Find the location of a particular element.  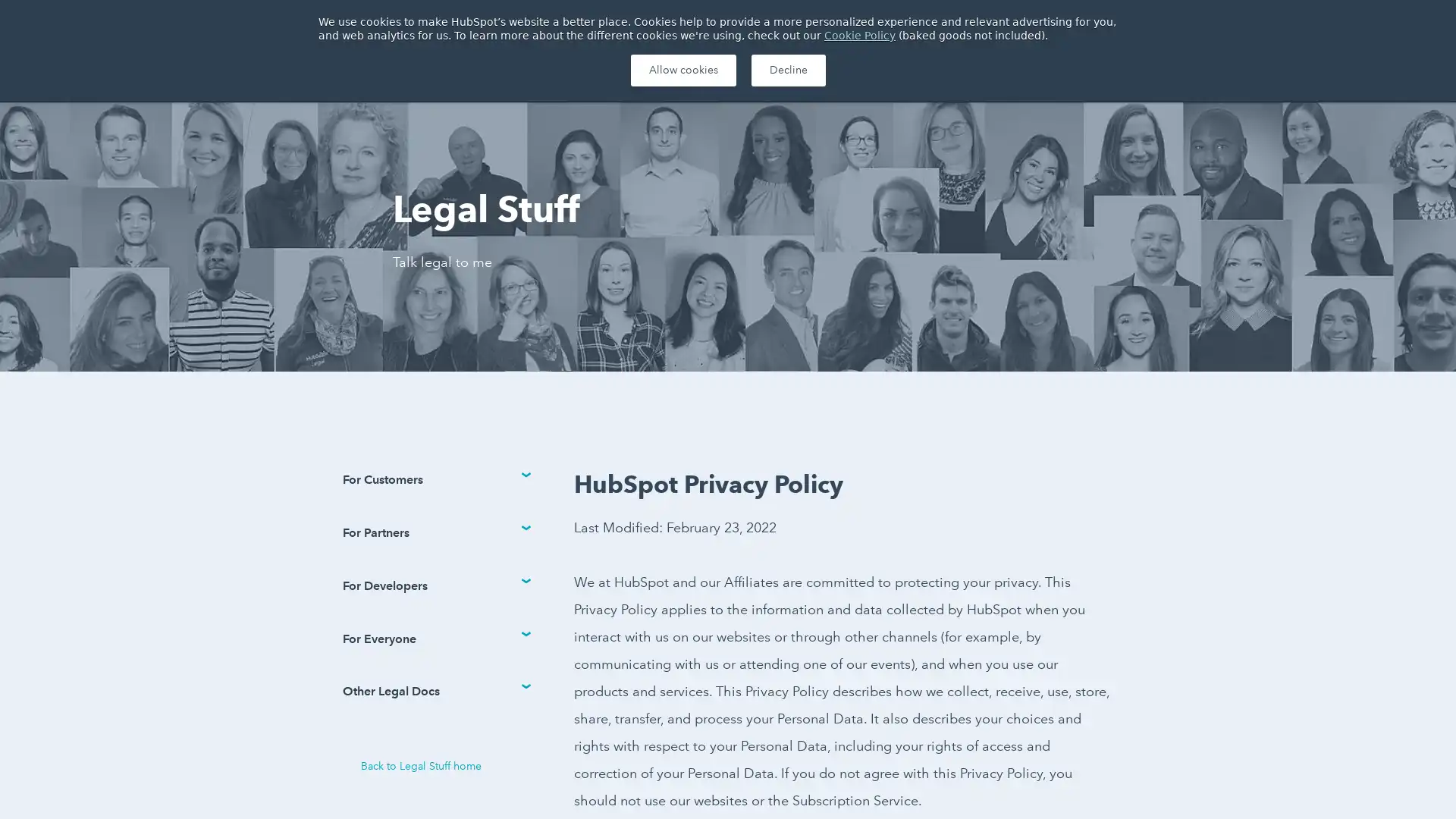

Allow cookies is located at coordinates (682, 70).